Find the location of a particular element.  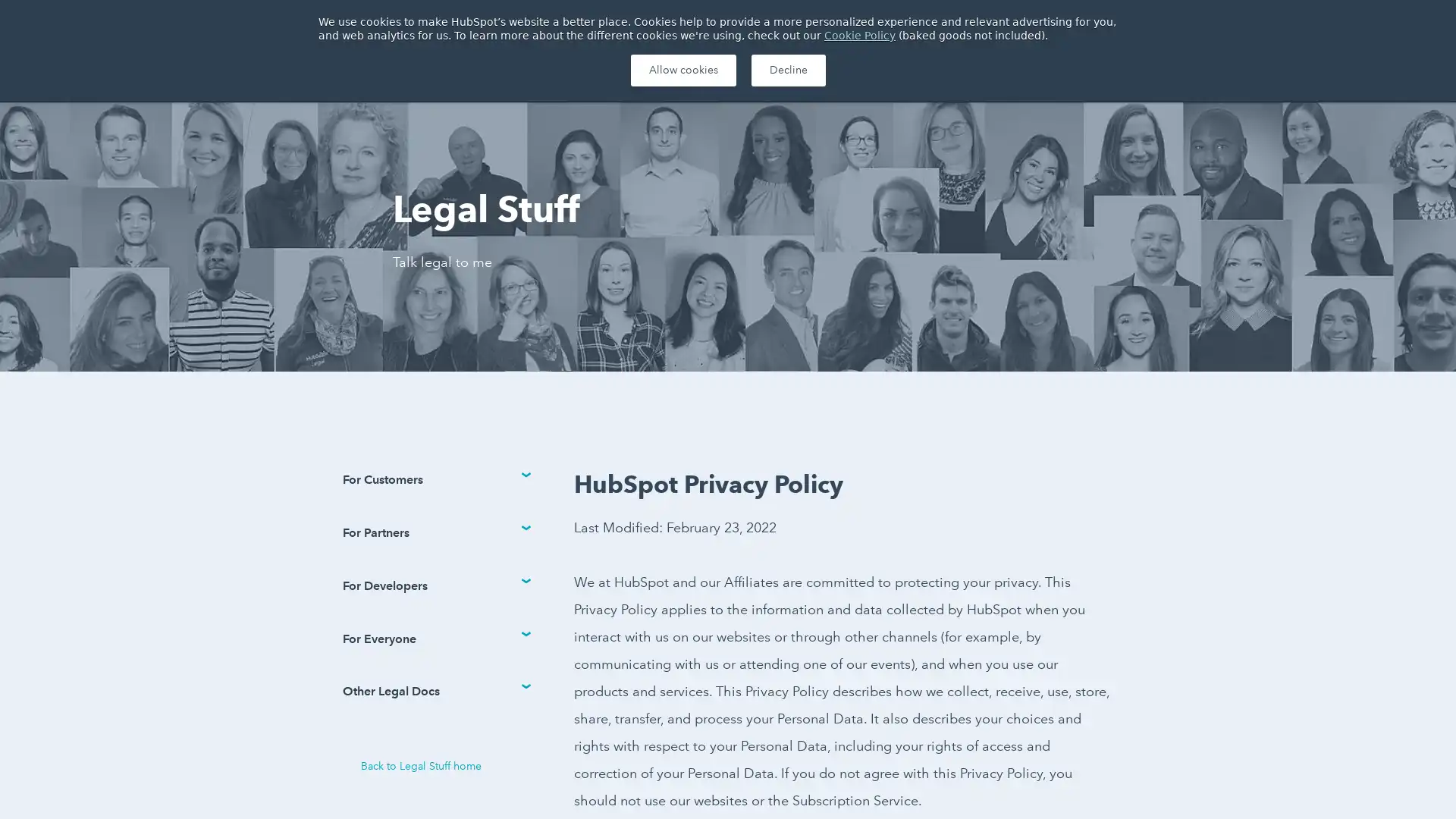

Allow cookies is located at coordinates (682, 70).